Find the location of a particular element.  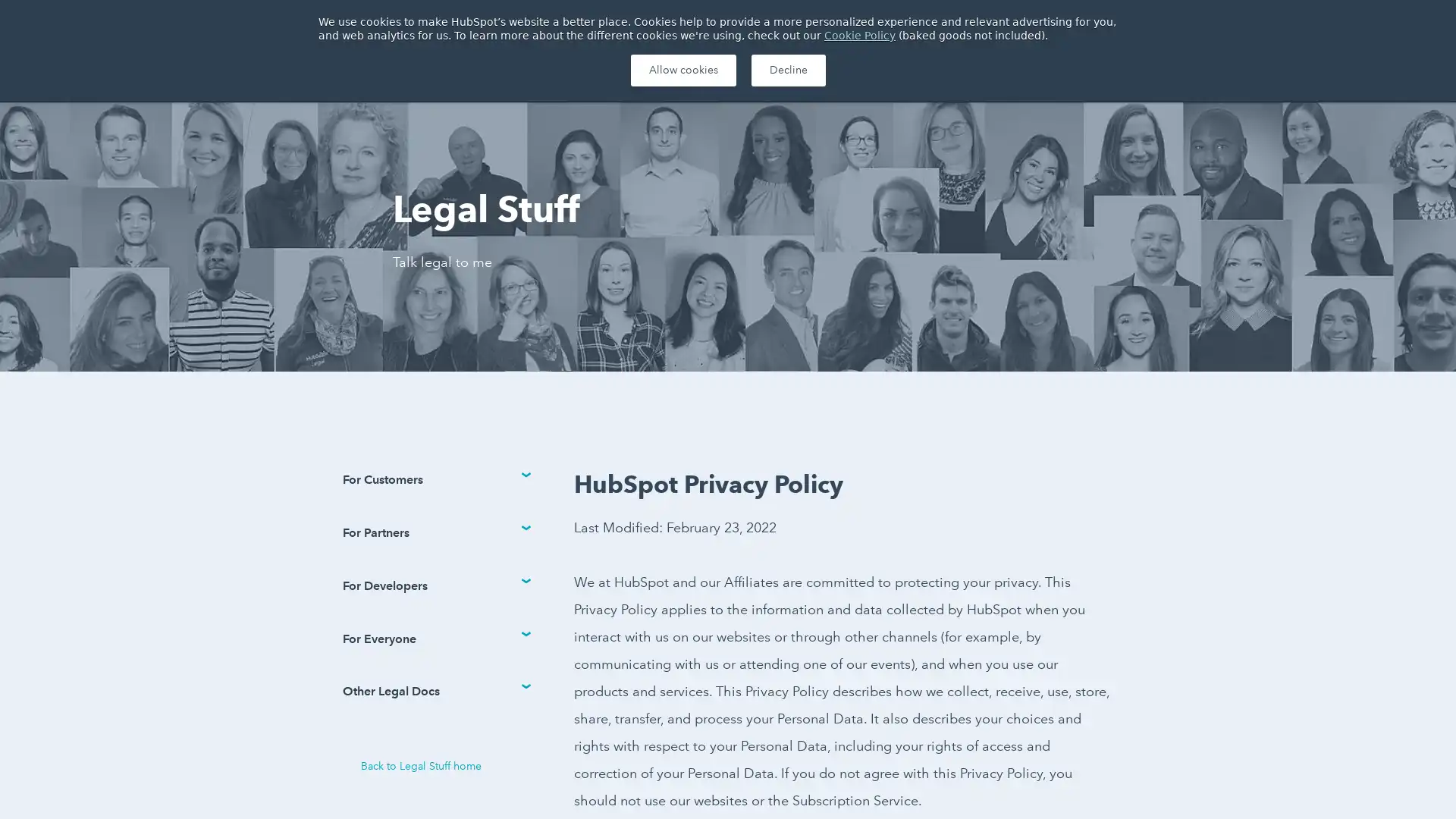

Allow cookies is located at coordinates (682, 70).